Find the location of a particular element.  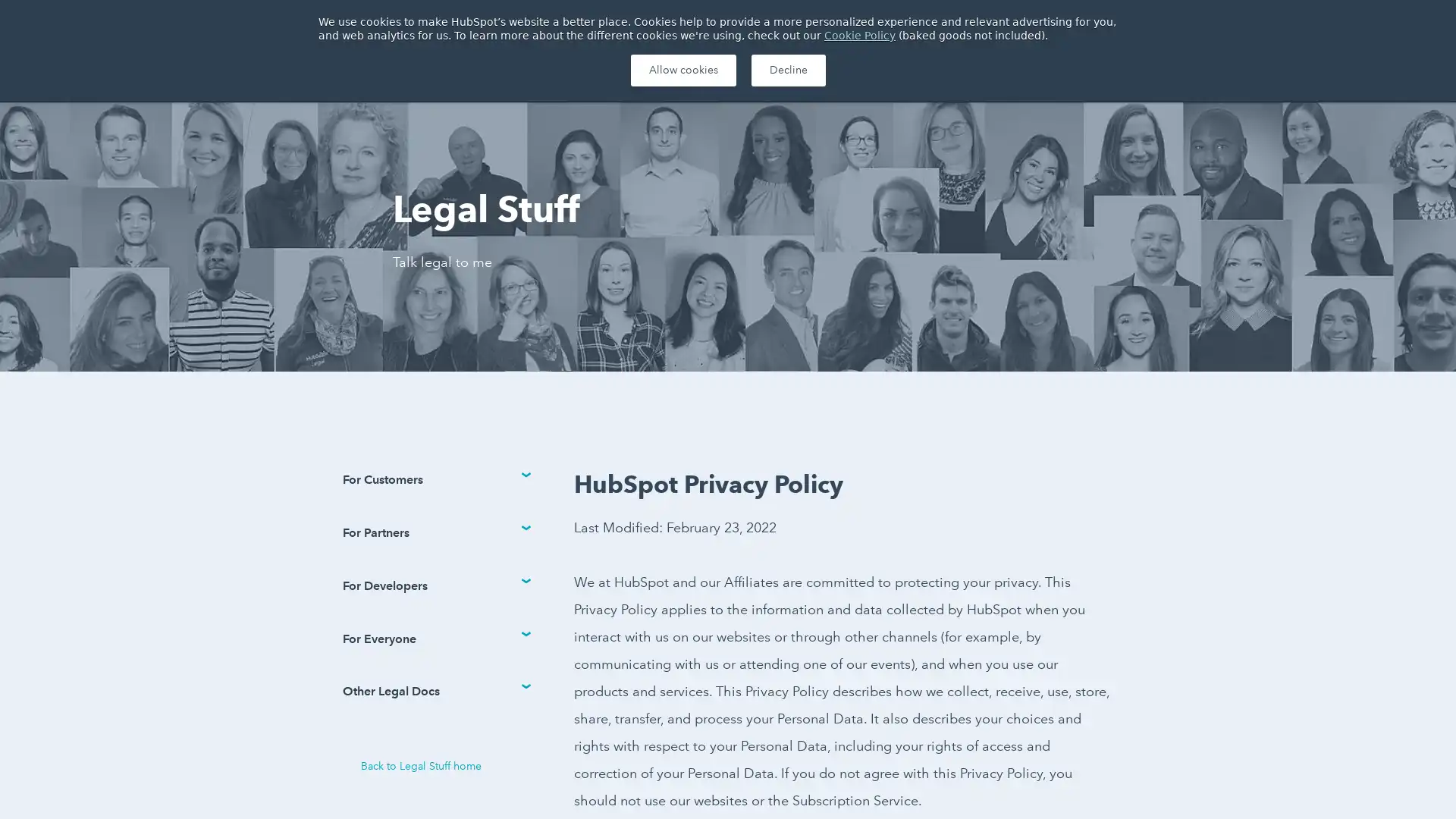

Allow cookies is located at coordinates (682, 70).